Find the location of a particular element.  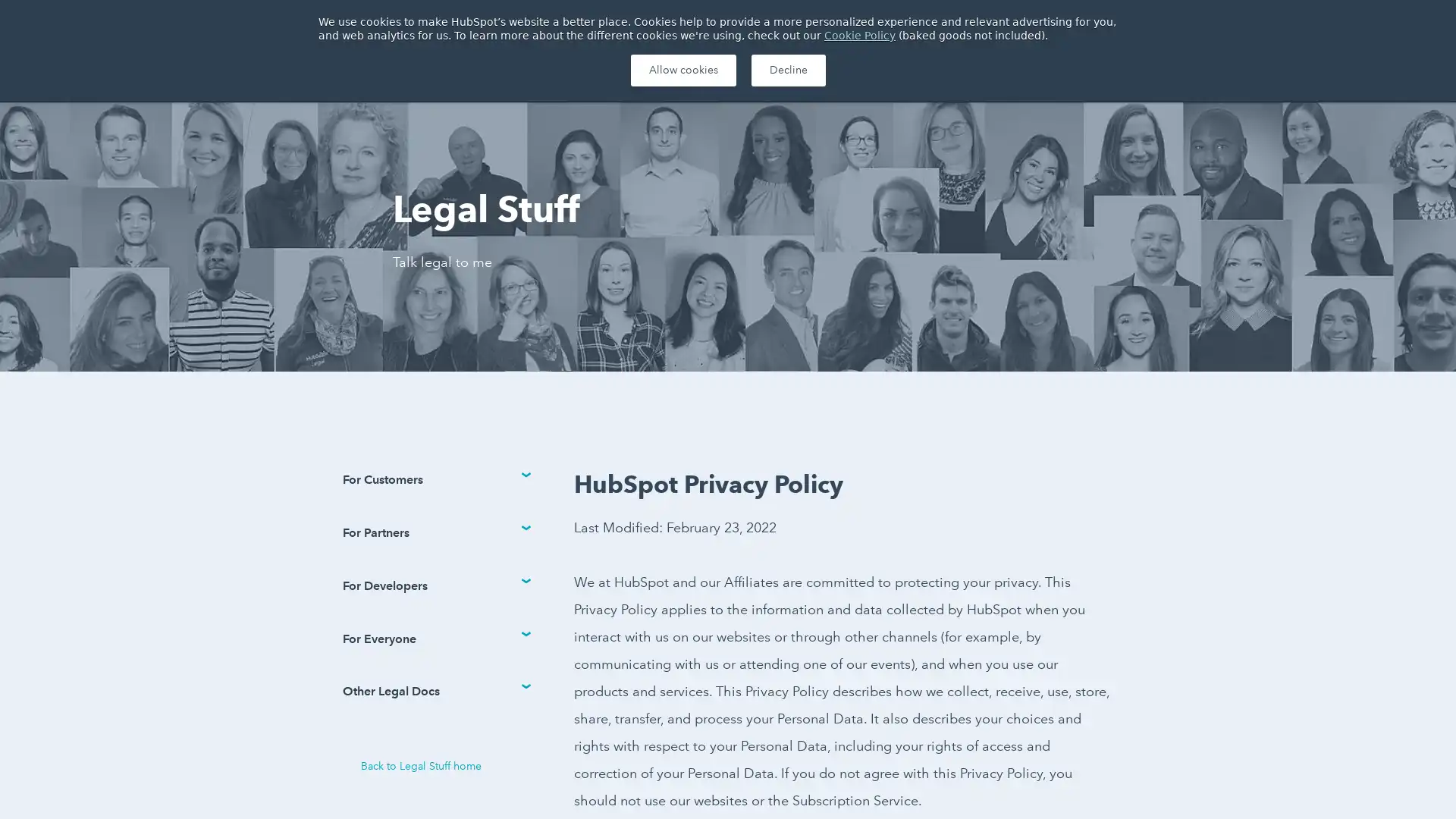

Allow cookies is located at coordinates (682, 70).